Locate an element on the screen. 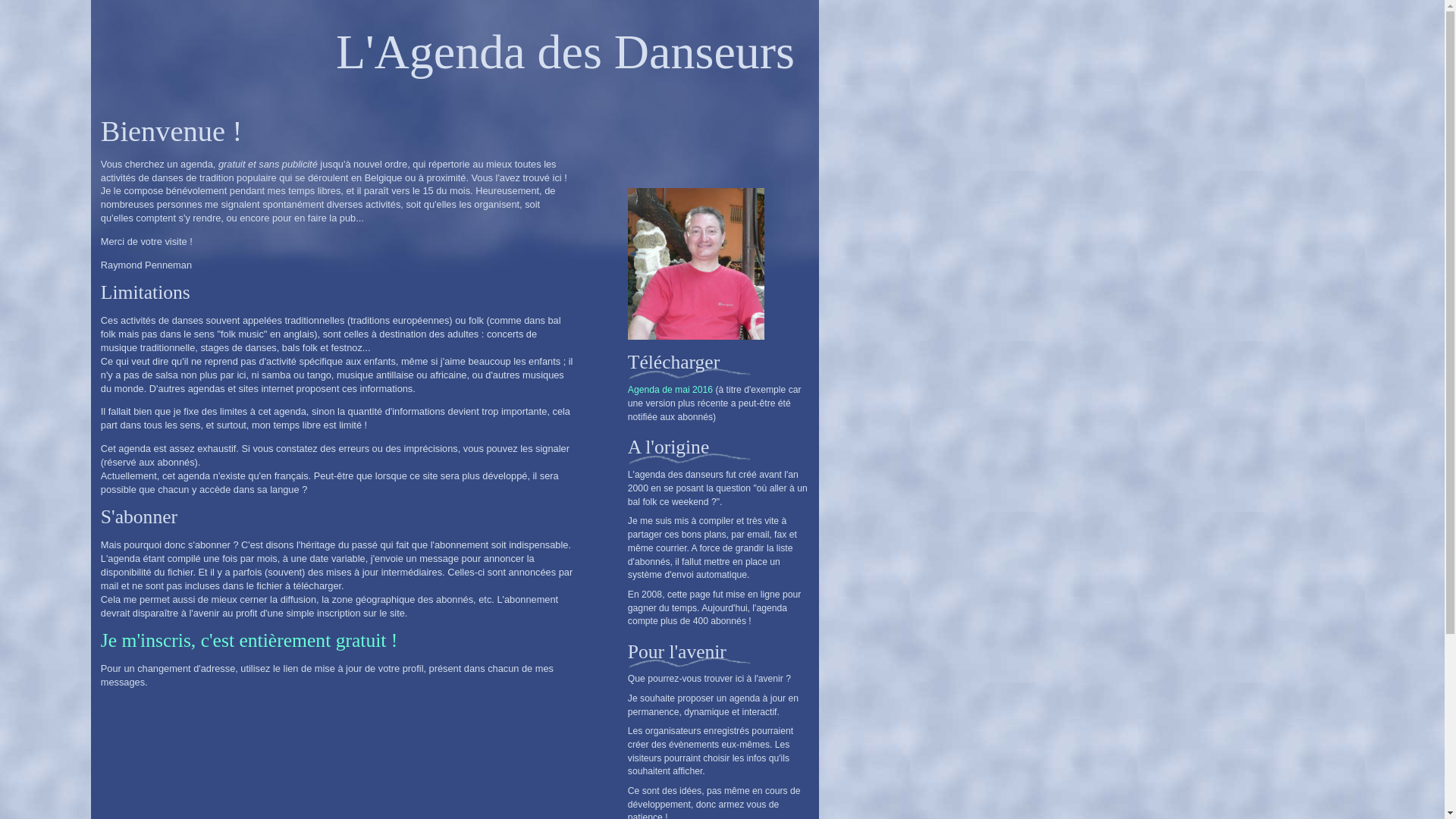 The width and height of the screenshot is (1456, 819). 'Agenda de mai 2016' is located at coordinates (669, 388).